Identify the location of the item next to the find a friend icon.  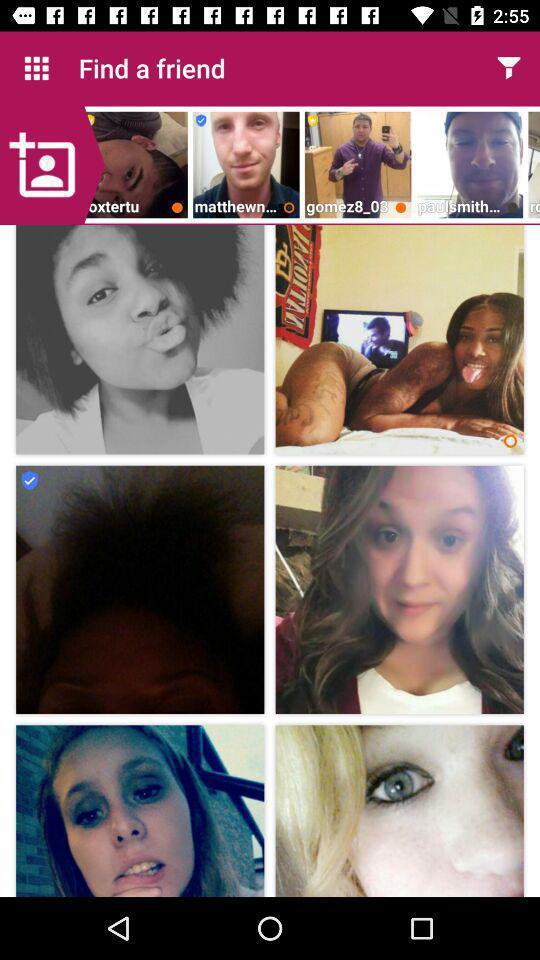
(36, 68).